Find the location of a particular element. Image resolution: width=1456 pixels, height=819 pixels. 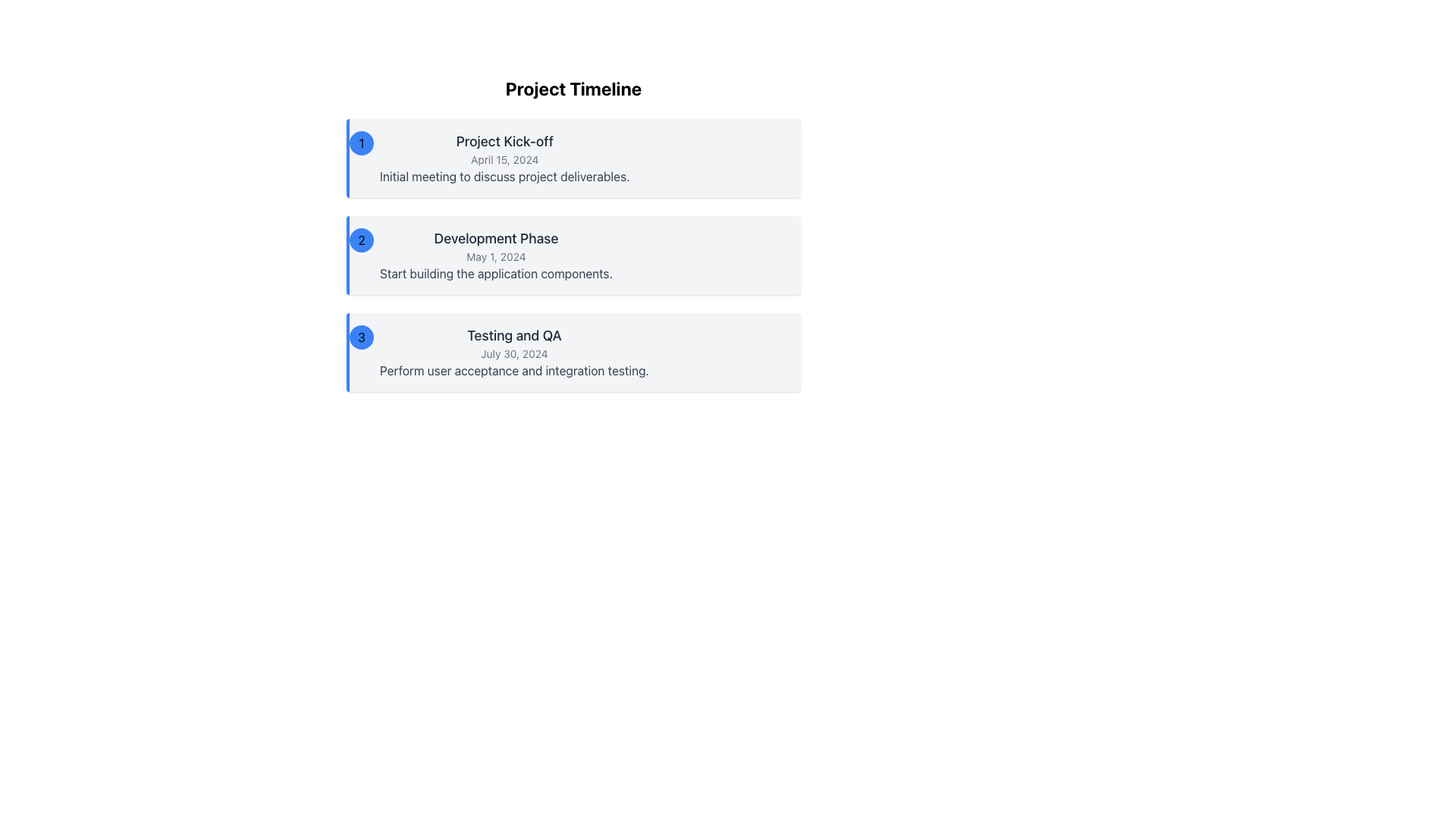

information provided in the Information Card at the top of the Project Timeline, which includes the event name, date, and a brief description is located at coordinates (573, 158).